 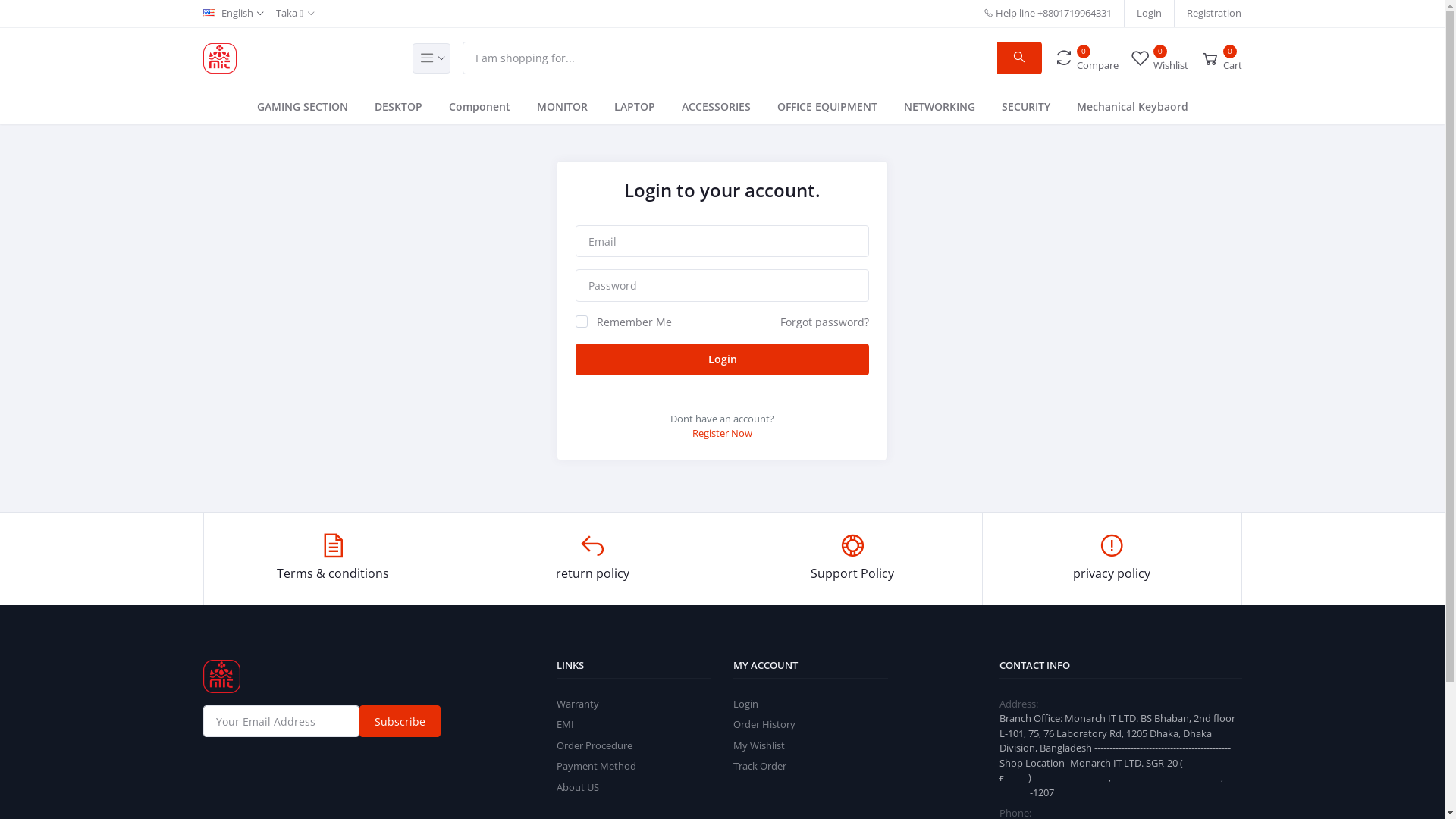 I want to click on 'English', so click(x=233, y=14).